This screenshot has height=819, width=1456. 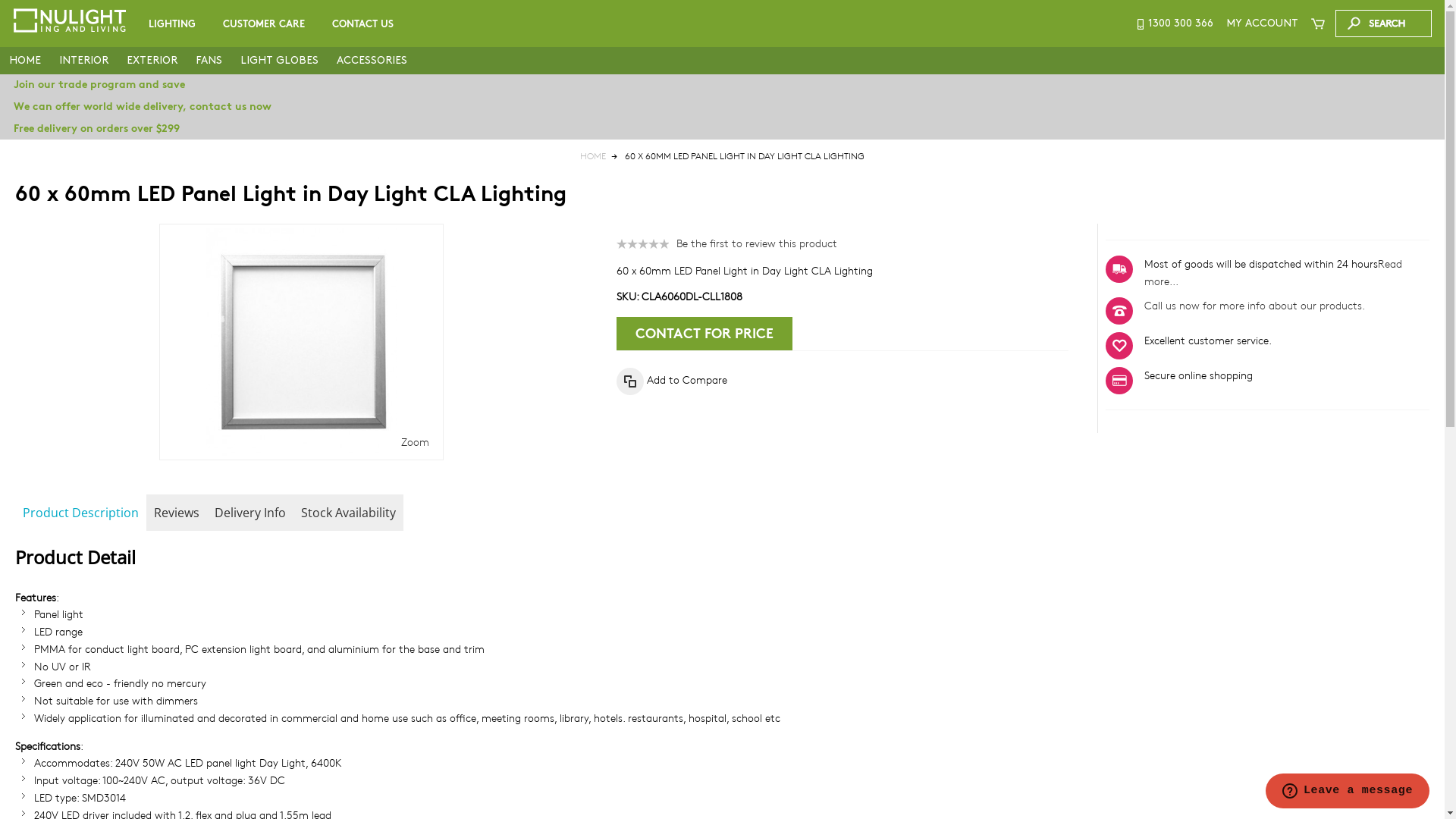 What do you see at coordinates (1254, 305) in the screenshot?
I see `'Call us now for more info about our products.'` at bounding box center [1254, 305].